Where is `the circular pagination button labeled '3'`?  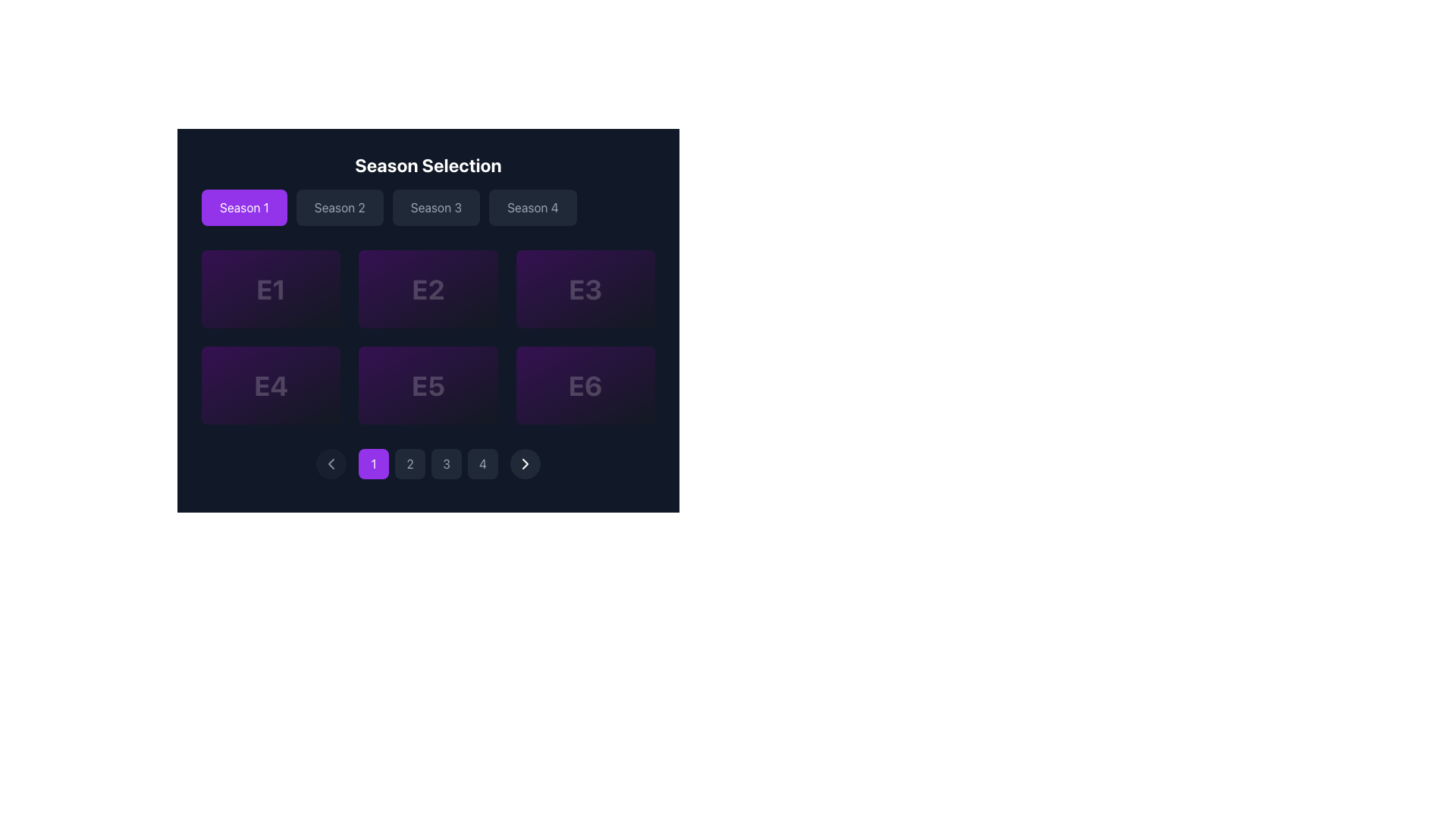
the circular pagination button labeled '3' is located at coordinates (446, 463).